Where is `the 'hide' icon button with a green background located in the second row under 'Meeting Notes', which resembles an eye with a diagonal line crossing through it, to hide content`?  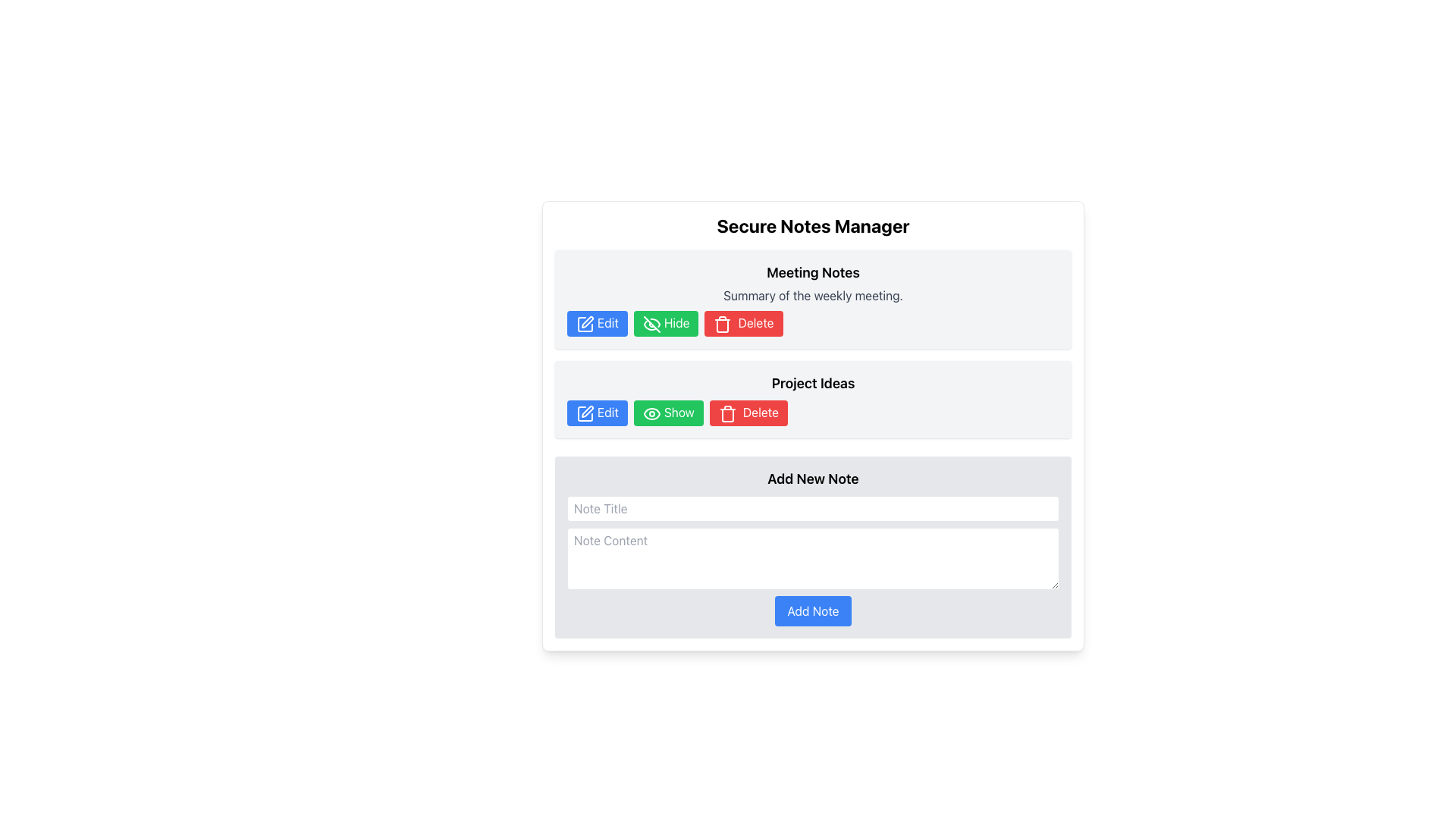
the 'hide' icon button with a green background located in the second row under 'Meeting Notes', which resembles an eye with a diagonal line crossing through it, to hide content is located at coordinates (651, 323).